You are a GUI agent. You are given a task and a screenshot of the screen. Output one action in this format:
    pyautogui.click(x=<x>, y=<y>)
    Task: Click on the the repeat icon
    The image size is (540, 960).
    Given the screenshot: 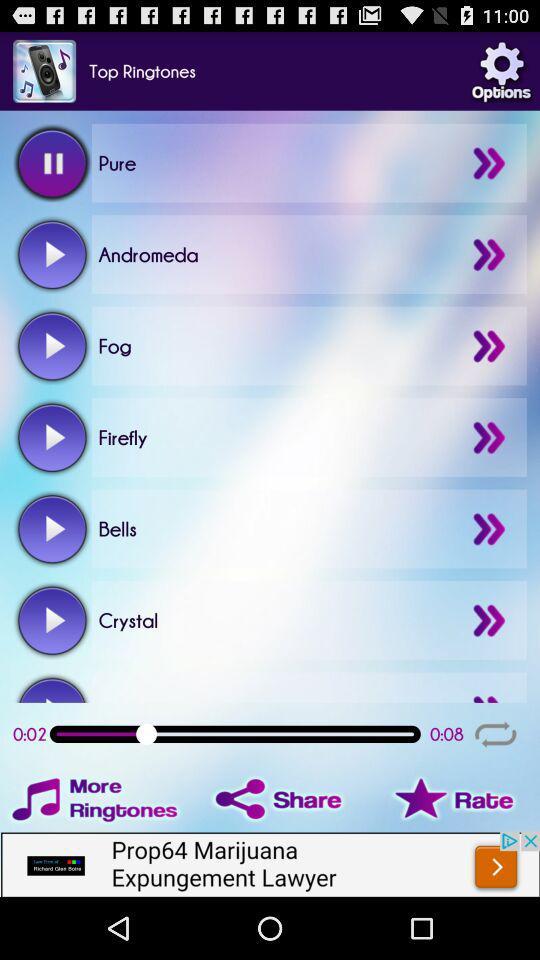 What is the action you would take?
    pyautogui.click(x=494, y=785)
    